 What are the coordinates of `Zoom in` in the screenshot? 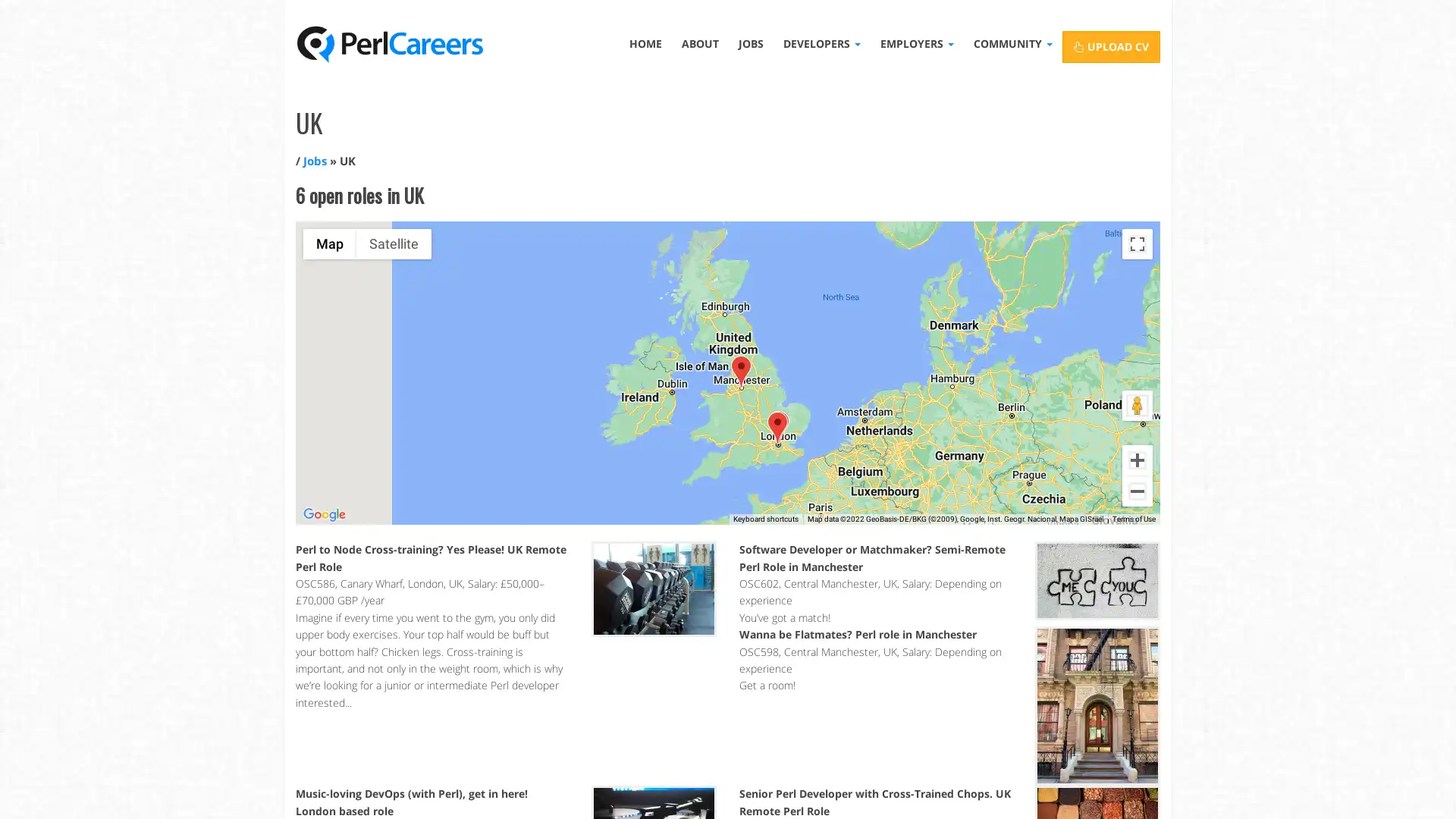 It's located at (1137, 458).